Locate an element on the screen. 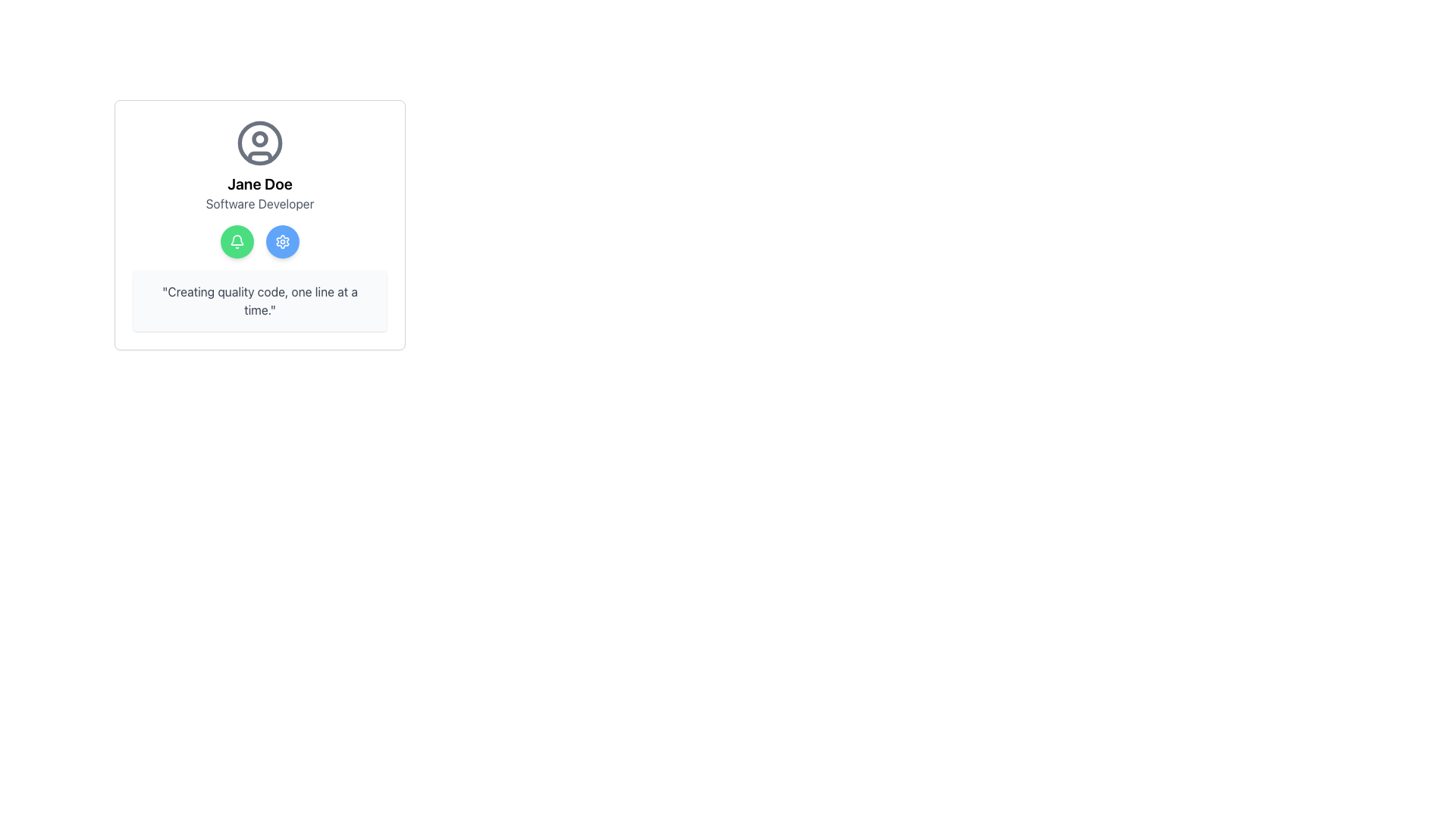 The height and width of the screenshot is (819, 1456). the small grey outlined circle above the lower arc of the user avatar icon is located at coordinates (259, 138).